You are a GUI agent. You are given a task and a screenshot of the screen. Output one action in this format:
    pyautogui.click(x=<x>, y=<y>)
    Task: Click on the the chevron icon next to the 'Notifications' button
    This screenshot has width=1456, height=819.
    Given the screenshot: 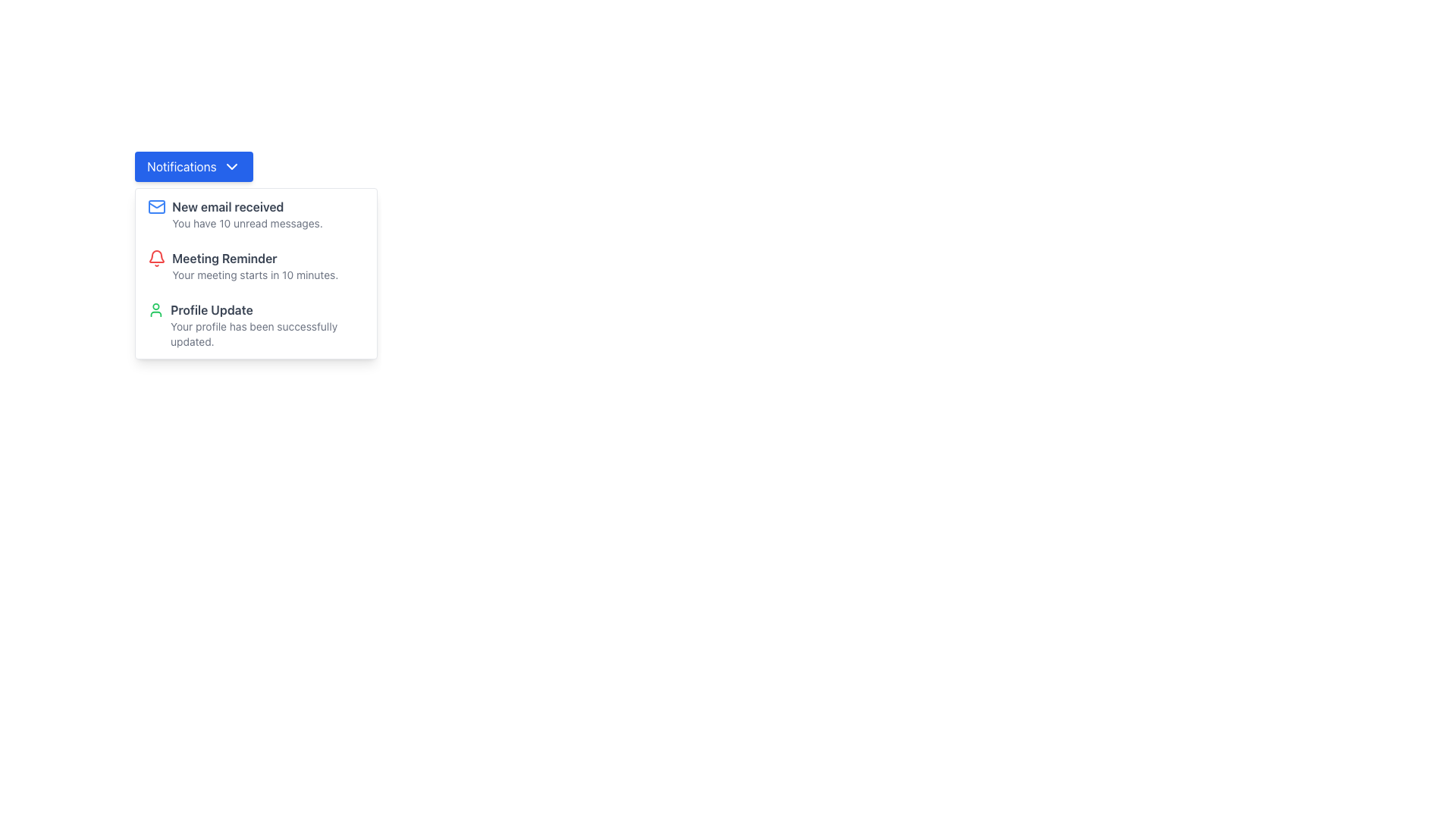 What is the action you would take?
    pyautogui.click(x=231, y=166)
    